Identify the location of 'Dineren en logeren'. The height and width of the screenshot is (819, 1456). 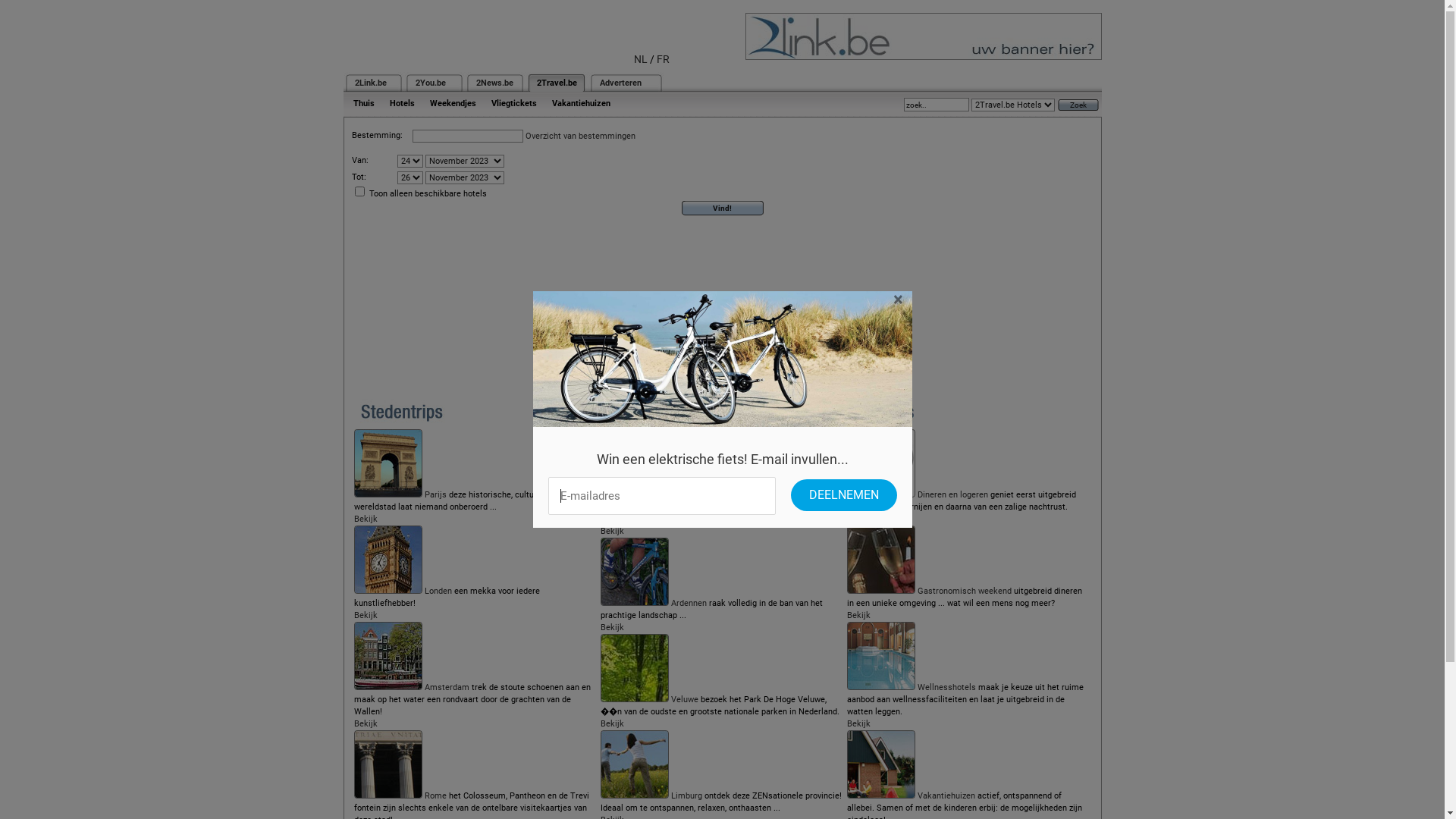
(952, 494).